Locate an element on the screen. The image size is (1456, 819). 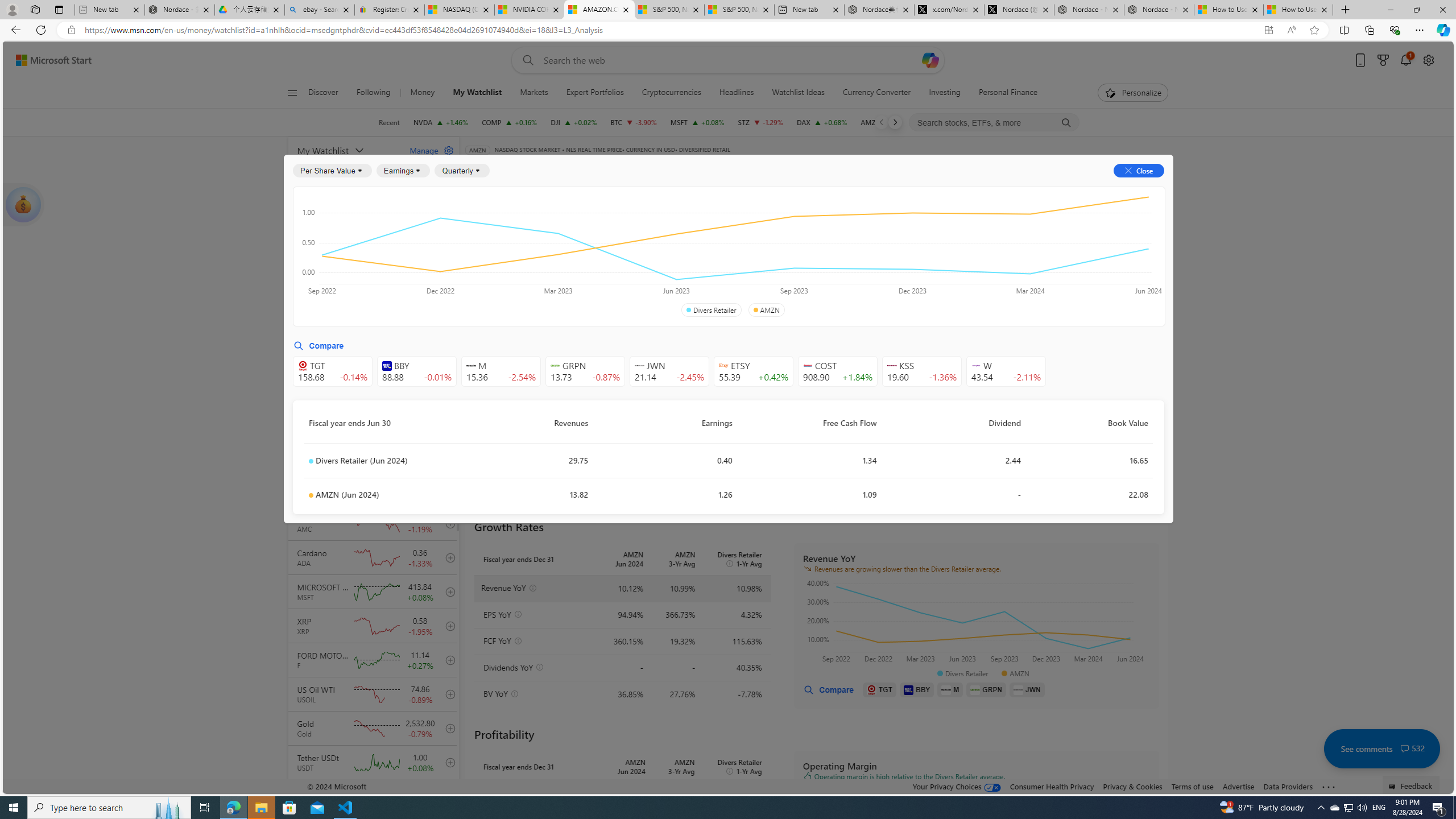
'Your Privacy Choices' is located at coordinates (957, 786).